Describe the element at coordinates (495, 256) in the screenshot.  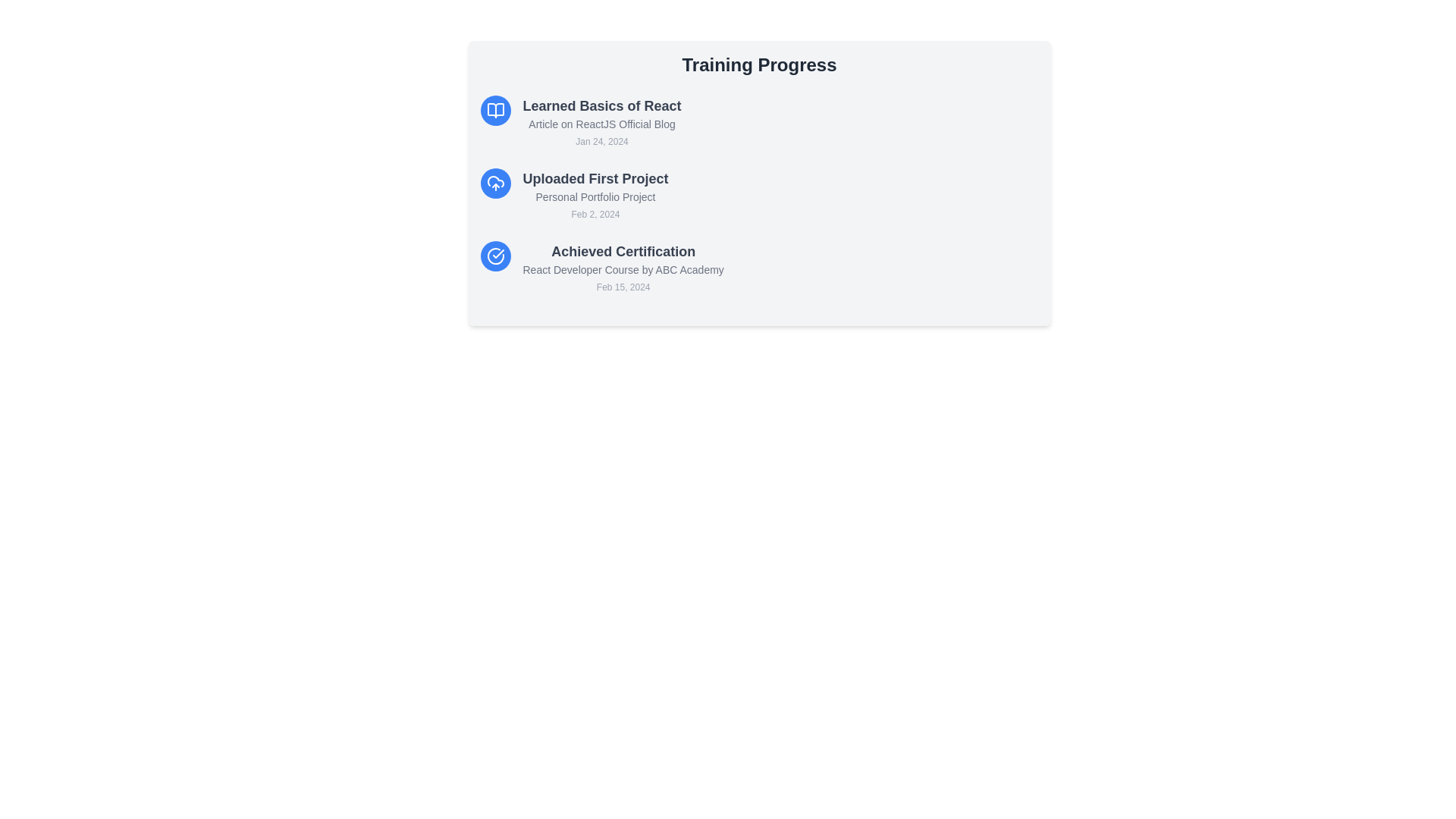
I see `the circular icon with a blue background and a white check mark, which indicates task completion, located to the left of the 'Achieved Certification' section in the list of milestones` at that location.